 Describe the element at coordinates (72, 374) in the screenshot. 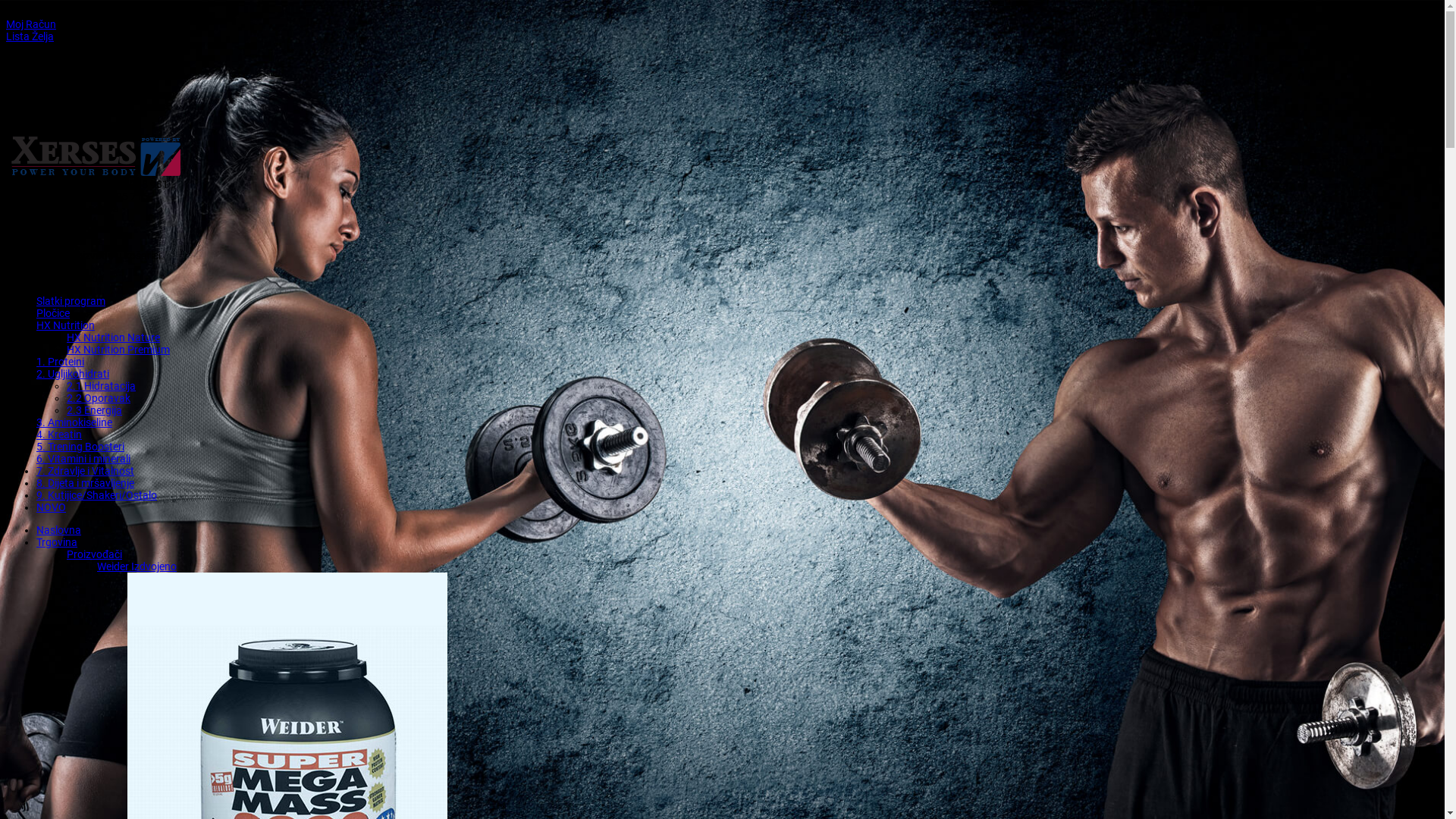

I see `'2. Ugljikohidrati'` at that location.